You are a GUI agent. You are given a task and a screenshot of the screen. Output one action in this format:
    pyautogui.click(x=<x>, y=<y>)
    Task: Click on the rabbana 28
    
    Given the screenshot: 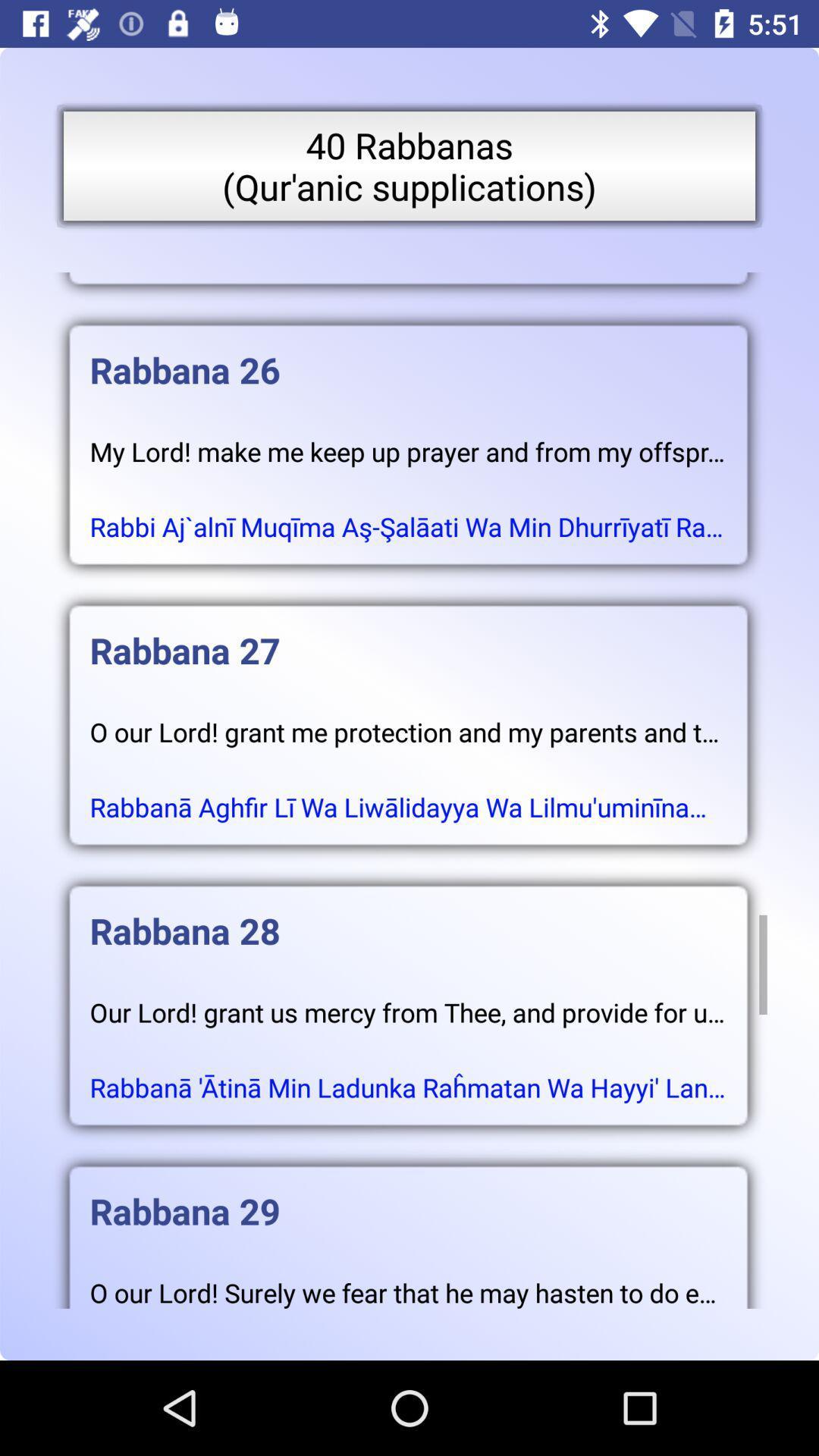 What is the action you would take?
    pyautogui.click(x=407, y=915)
    